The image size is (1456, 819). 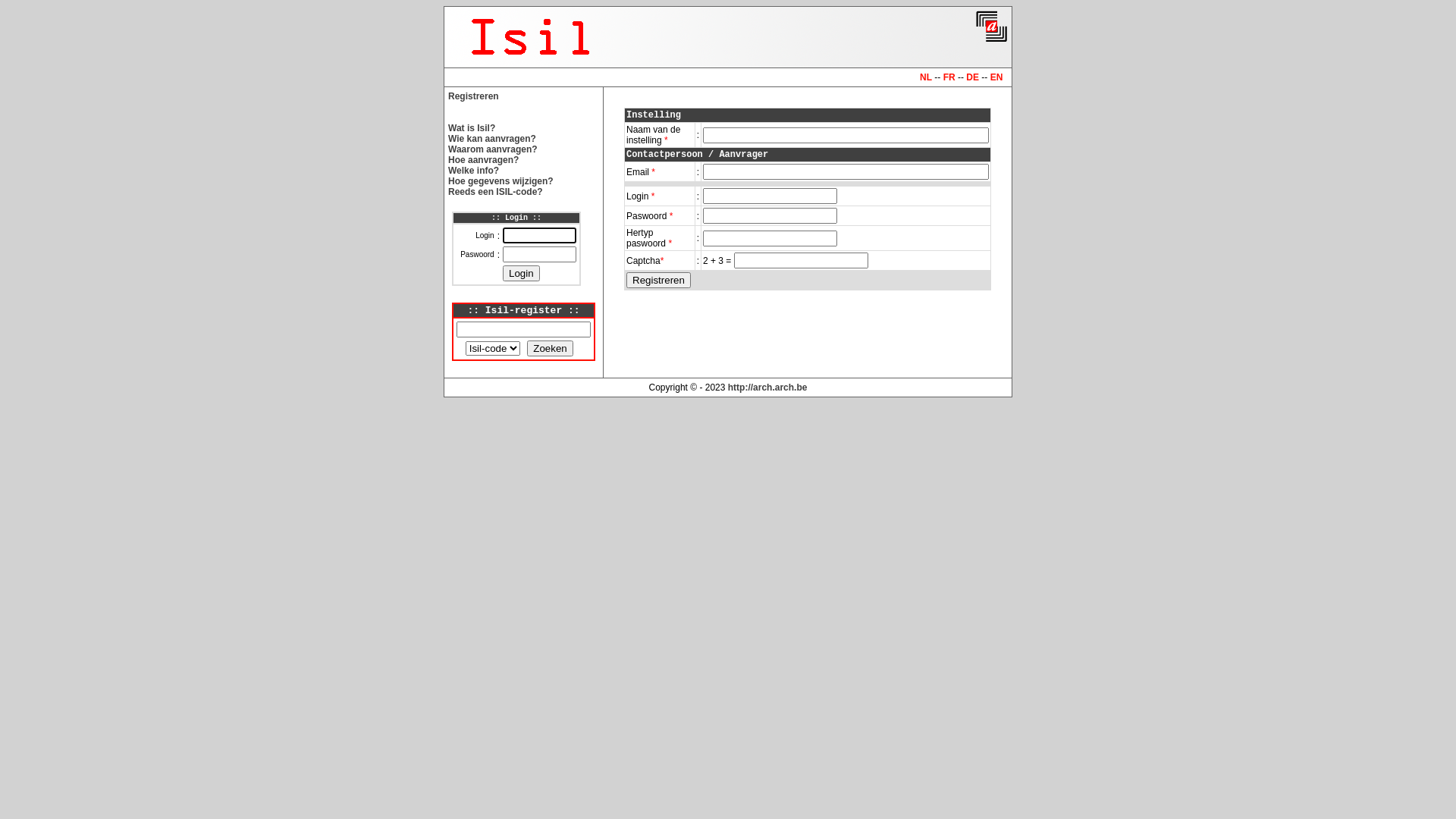 I want to click on 'http://arch.arch.be', so click(x=767, y=386).